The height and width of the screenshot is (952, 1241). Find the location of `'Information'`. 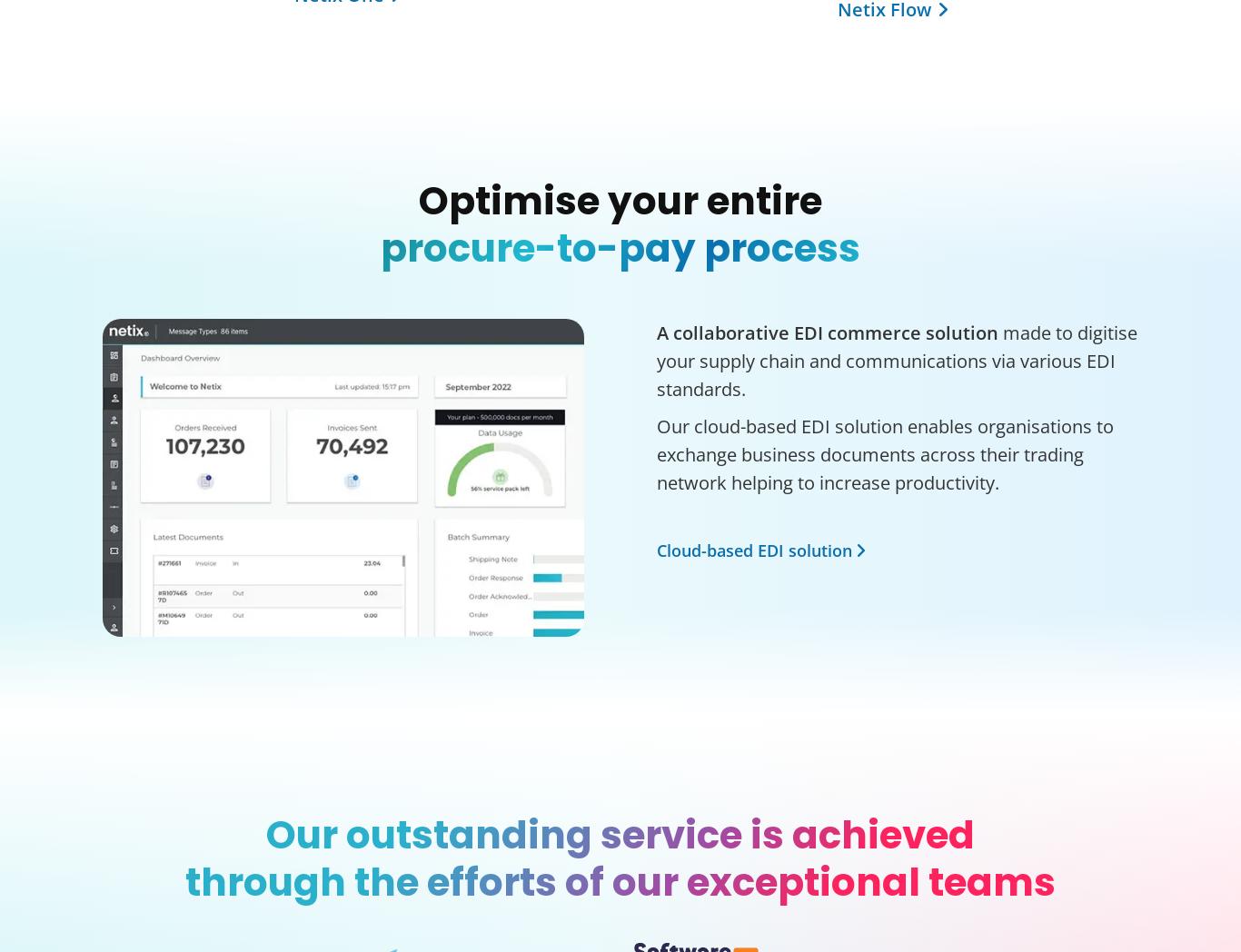

'Information' is located at coordinates (961, 211).